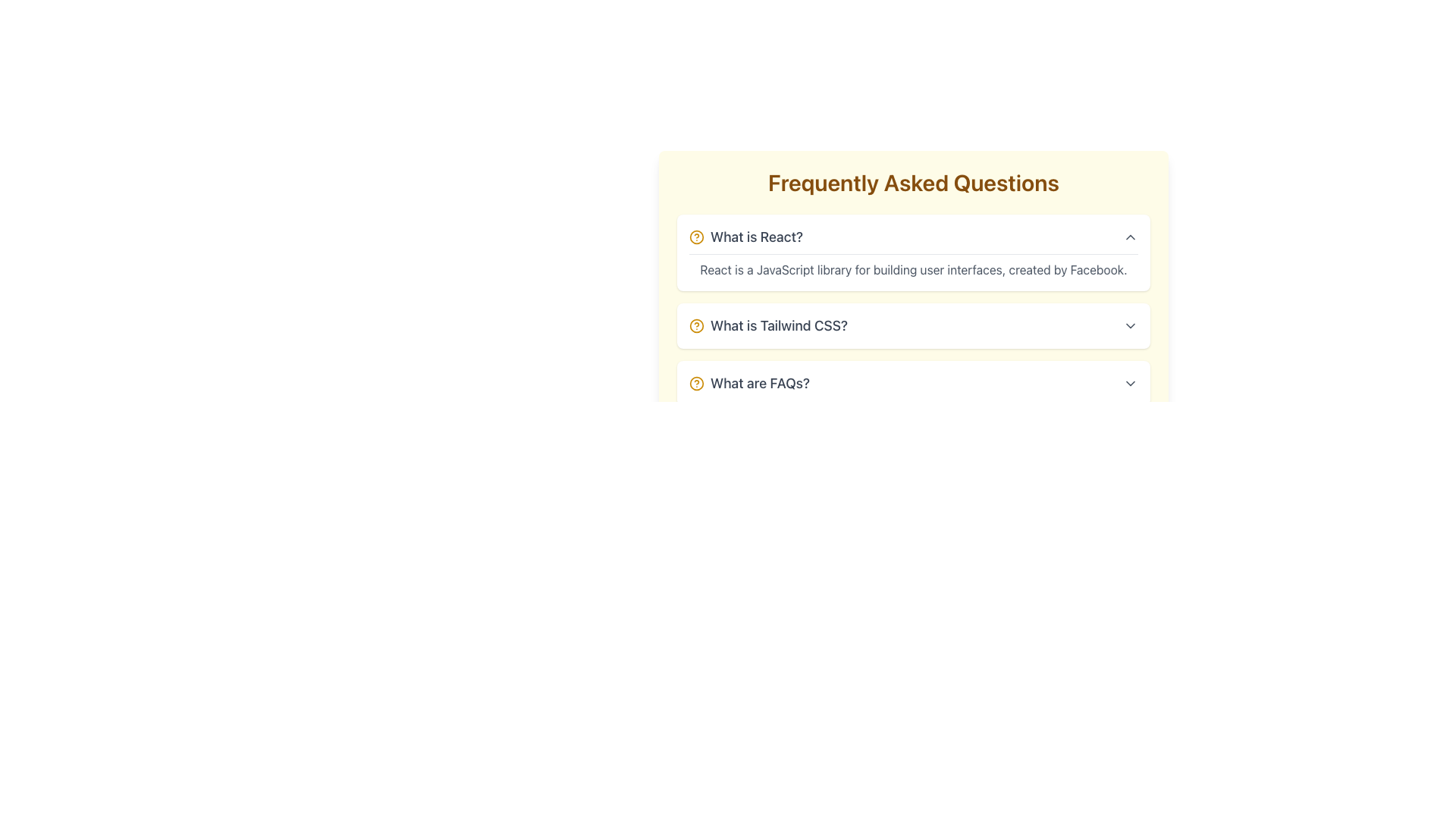  Describe the element at coordinates (695, 382) in the screenshot. I see `the circular icon with a yellow border and a question mark in its center, located to the left of the text 'What are FAQs?' in the Frequently Asked Questions section` at that location.